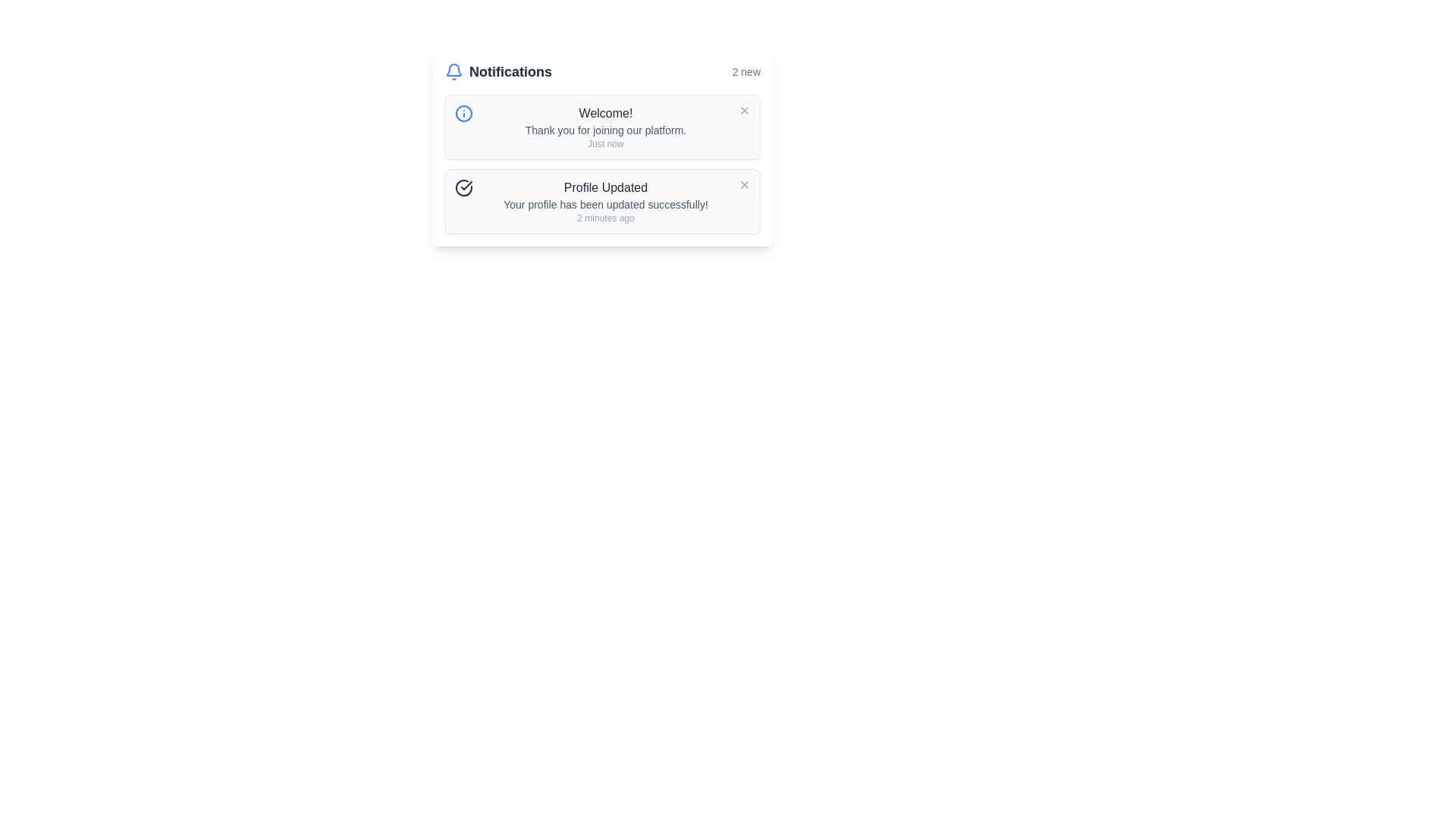 Image resolution: width=1456 pixels, height=819 pixels. Describe the element at coordinates (604, 187) in the screenshot. I see `the 'Profile Updated' text element that is styled in bold, medium size, and dark gray color, located centrally within the notification block` at that location.